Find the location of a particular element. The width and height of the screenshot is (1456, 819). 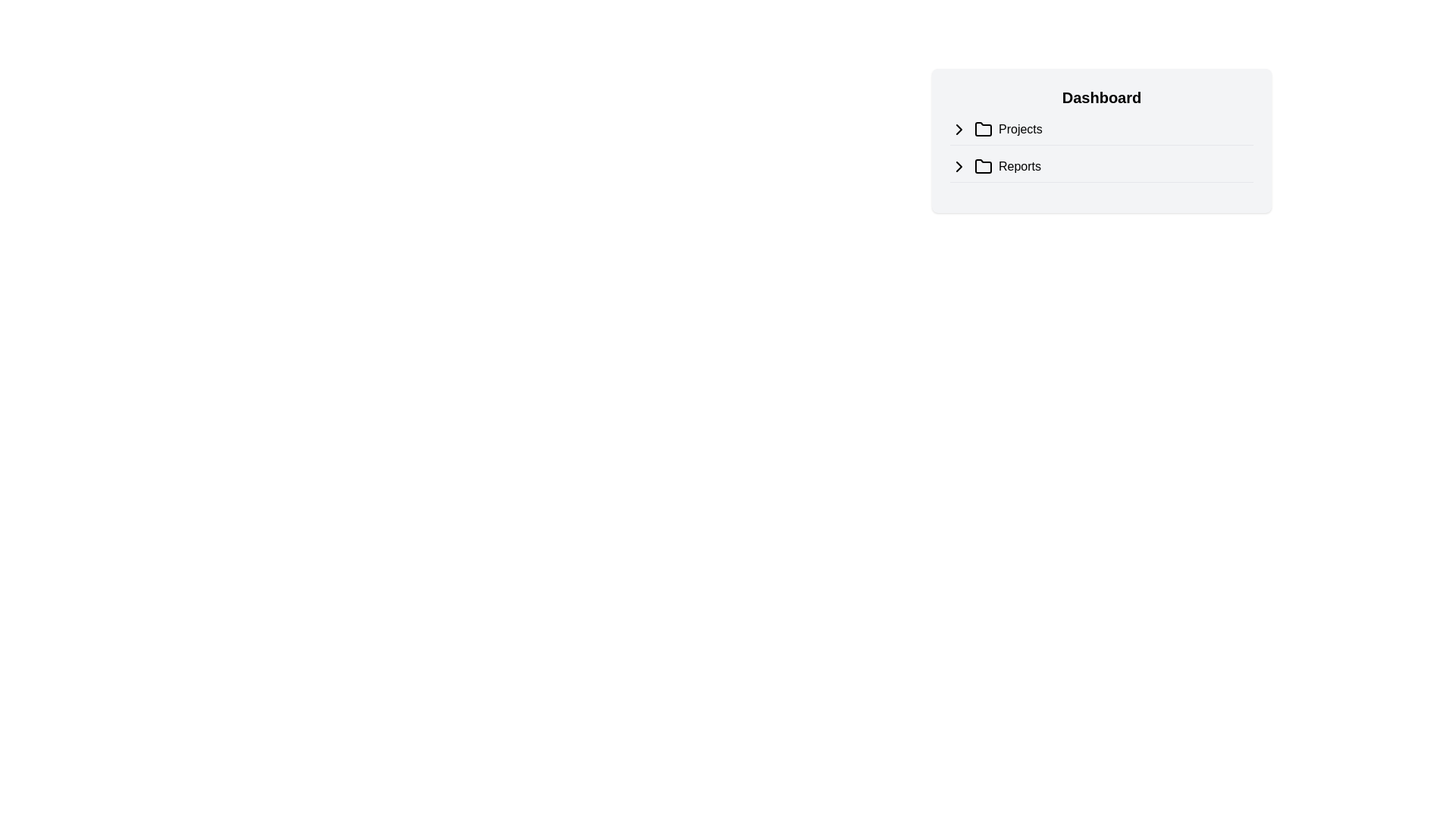

the vector graphic icon shaped like a folder, located to the left of the 'Projects' label in the 'Dashboard' section is located at coordinates (983, 127).